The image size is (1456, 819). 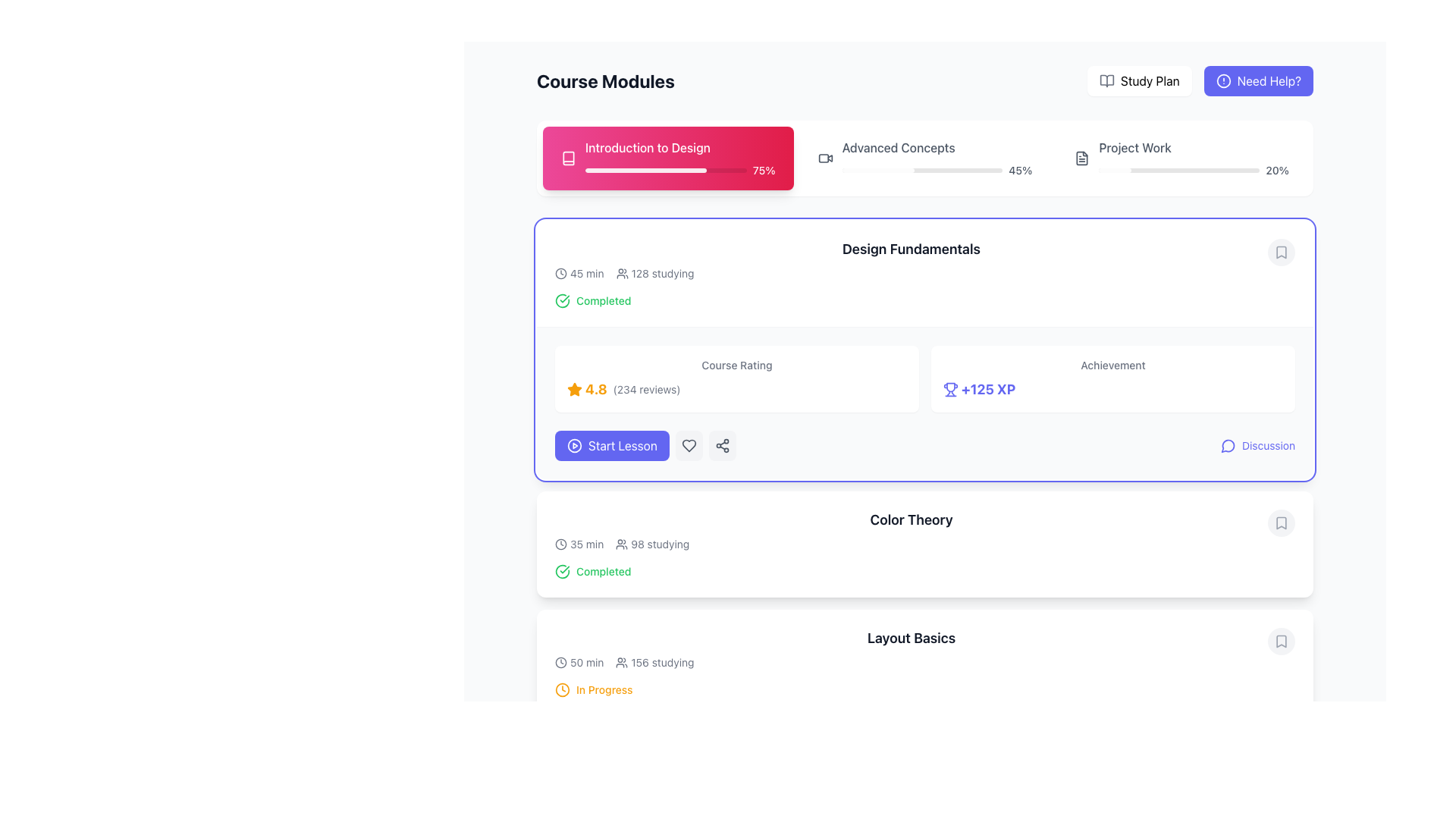 I want to click on the text label with the clock icon displaying '50 min', so click(x=579, y=662).